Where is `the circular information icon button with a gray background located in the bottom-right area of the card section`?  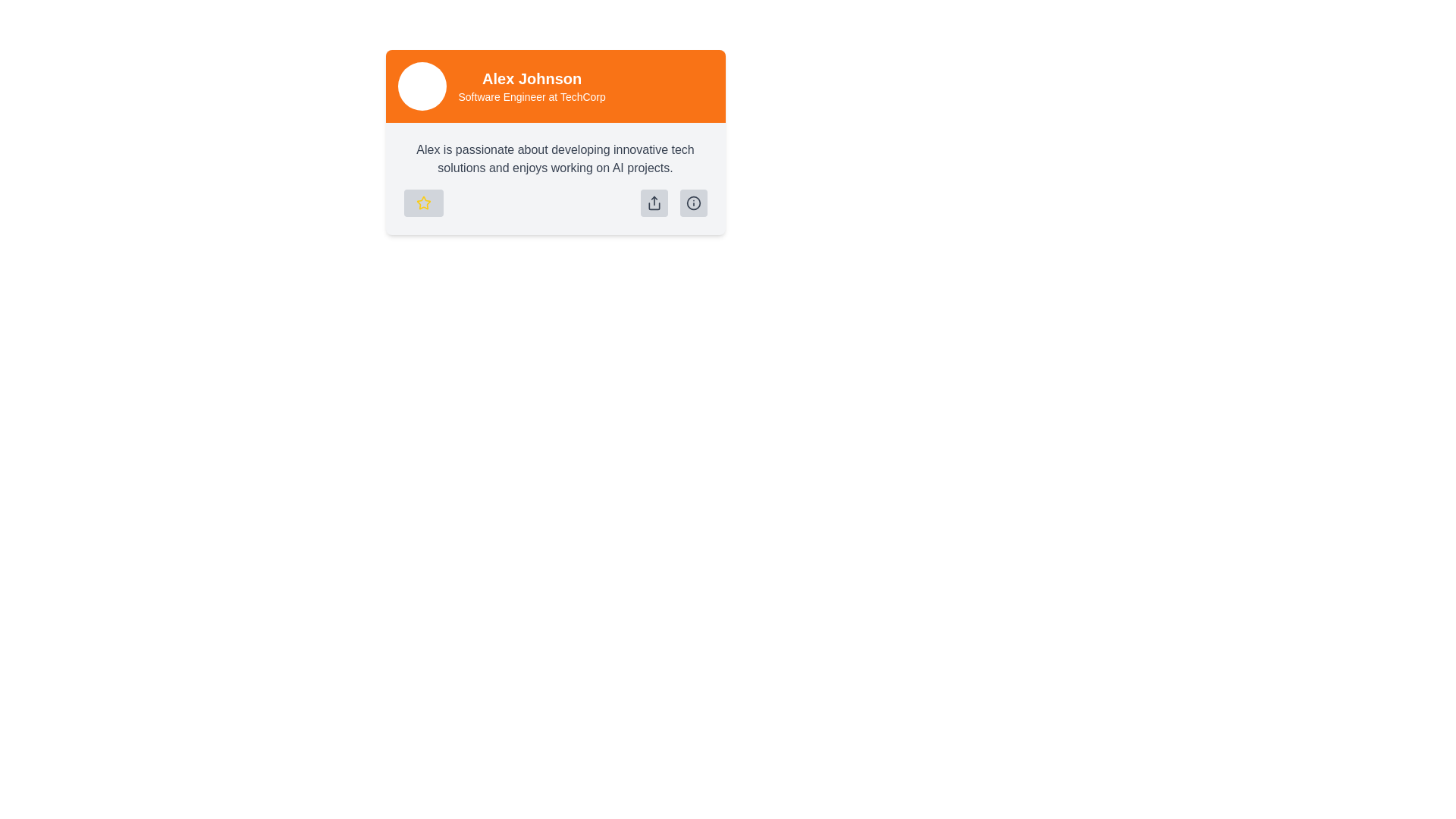
the circular information icon button with a gray background located in the bottom-right area of the card section is located at coordinates (692, 202).